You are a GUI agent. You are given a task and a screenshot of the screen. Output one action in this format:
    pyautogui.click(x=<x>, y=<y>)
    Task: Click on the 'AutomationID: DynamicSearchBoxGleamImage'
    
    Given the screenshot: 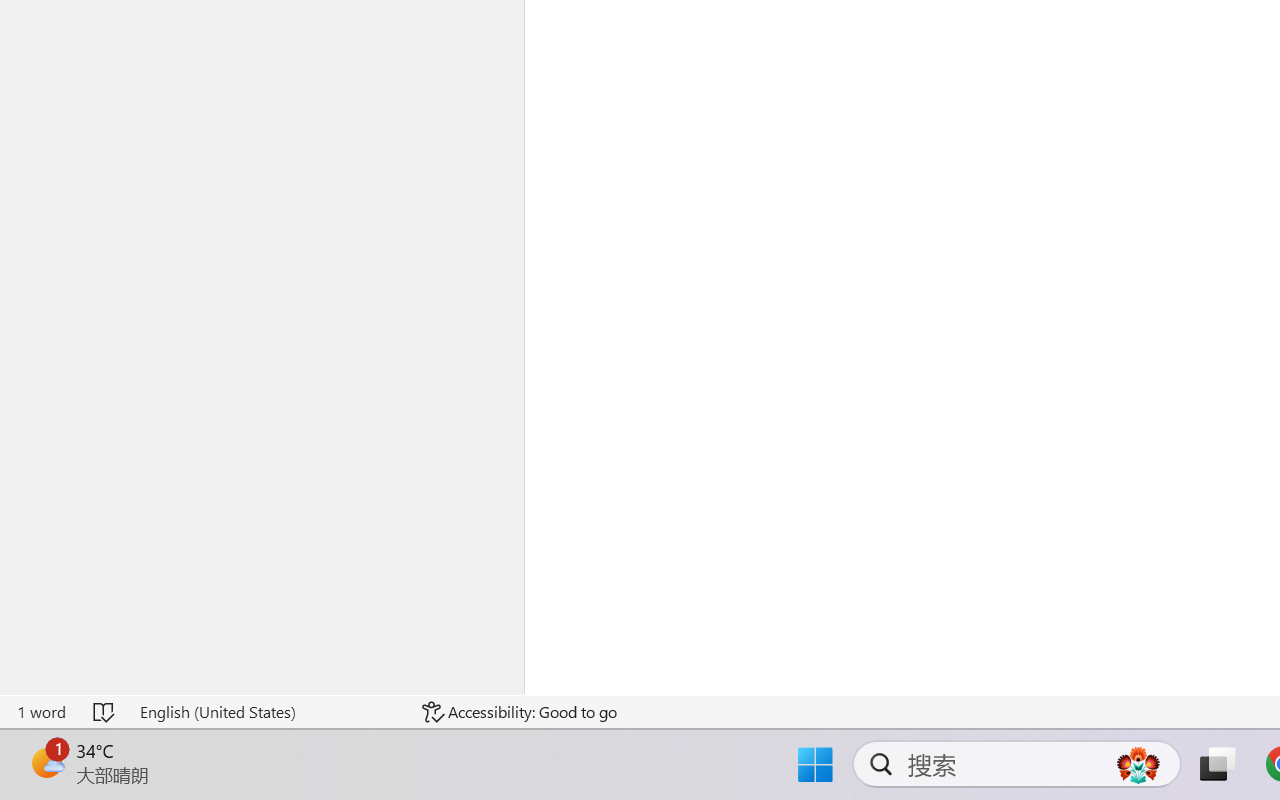 What is the action you would take?
    pyautogui.click(x=1138, y=764)
    